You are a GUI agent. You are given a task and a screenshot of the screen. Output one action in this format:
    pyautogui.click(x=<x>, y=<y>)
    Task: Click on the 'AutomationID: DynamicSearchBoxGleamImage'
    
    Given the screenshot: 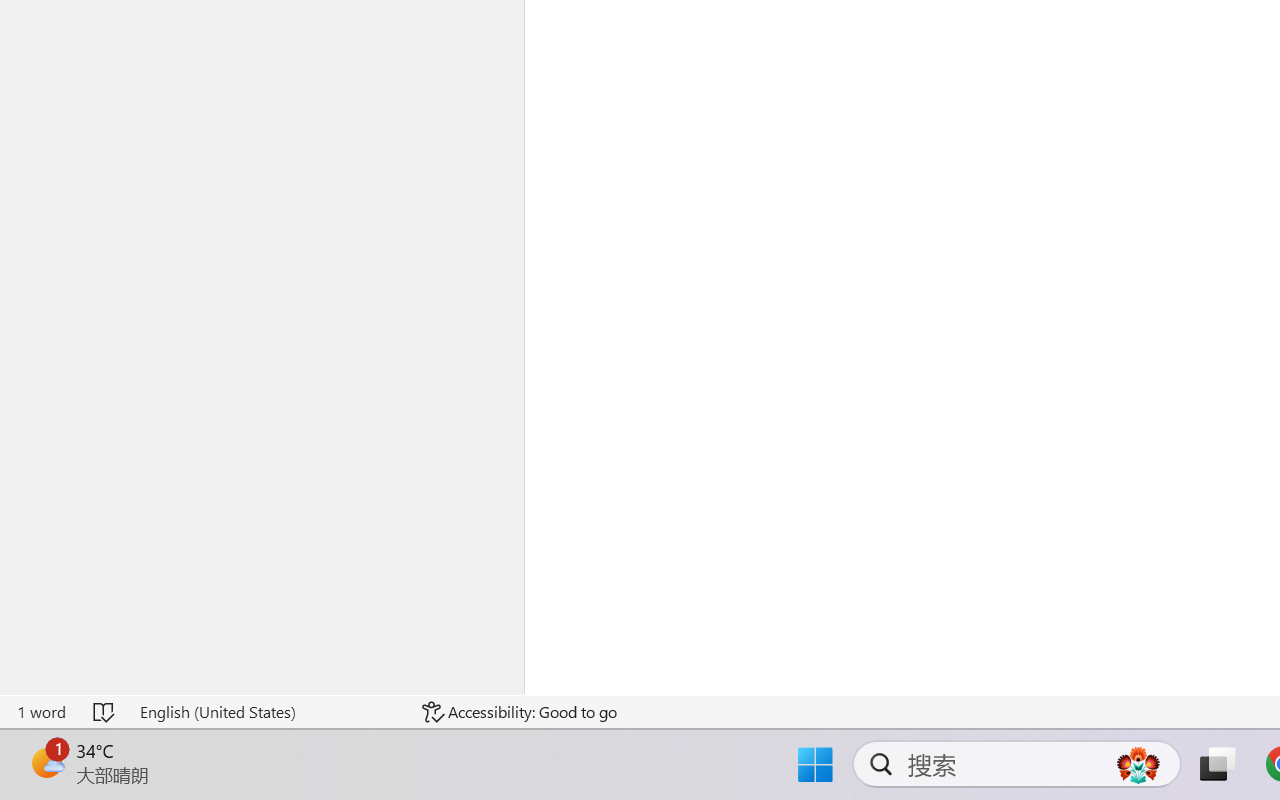 What is the action you would take?
    pyautogui.click(x=1138, y=764)
    